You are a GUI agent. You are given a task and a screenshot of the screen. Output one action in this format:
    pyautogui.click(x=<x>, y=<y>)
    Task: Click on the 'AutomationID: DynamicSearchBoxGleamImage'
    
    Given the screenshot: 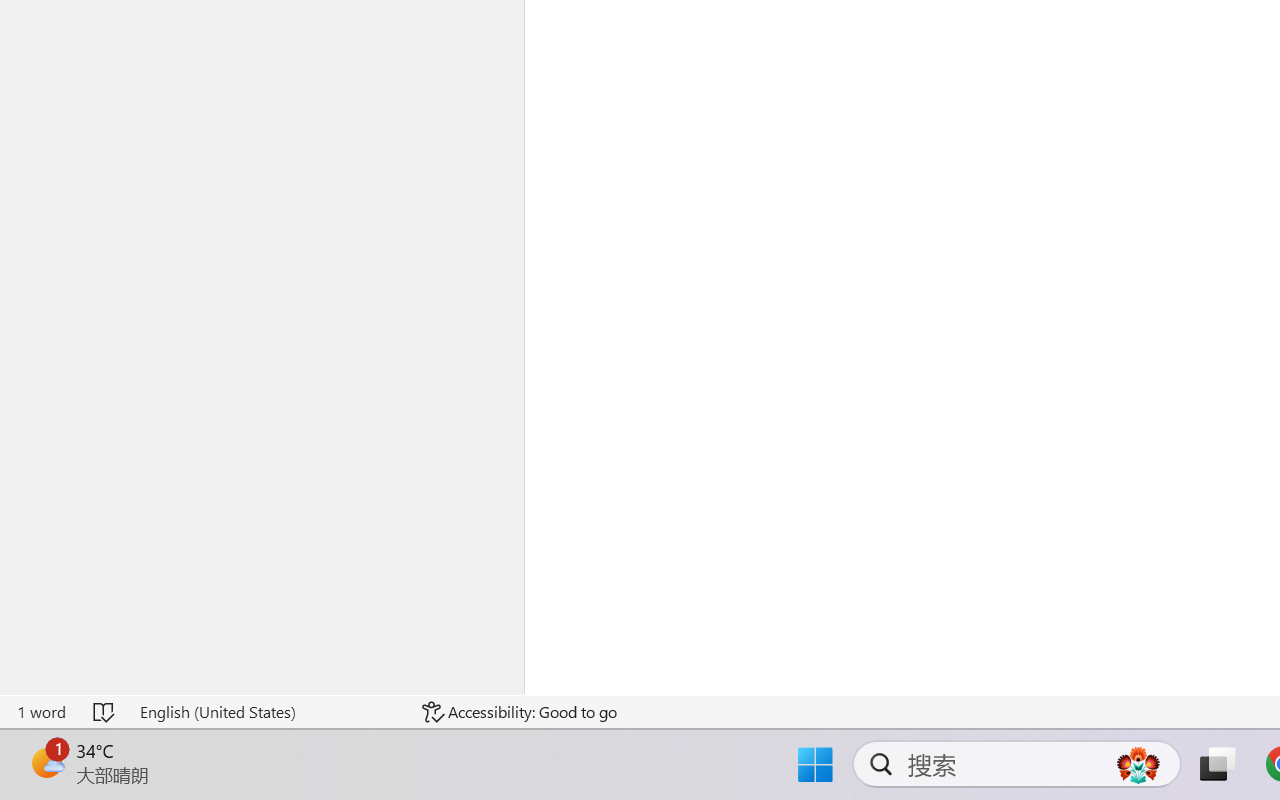 What is the action you would take?
    pyautogui.click(x=1138, y=764)
    